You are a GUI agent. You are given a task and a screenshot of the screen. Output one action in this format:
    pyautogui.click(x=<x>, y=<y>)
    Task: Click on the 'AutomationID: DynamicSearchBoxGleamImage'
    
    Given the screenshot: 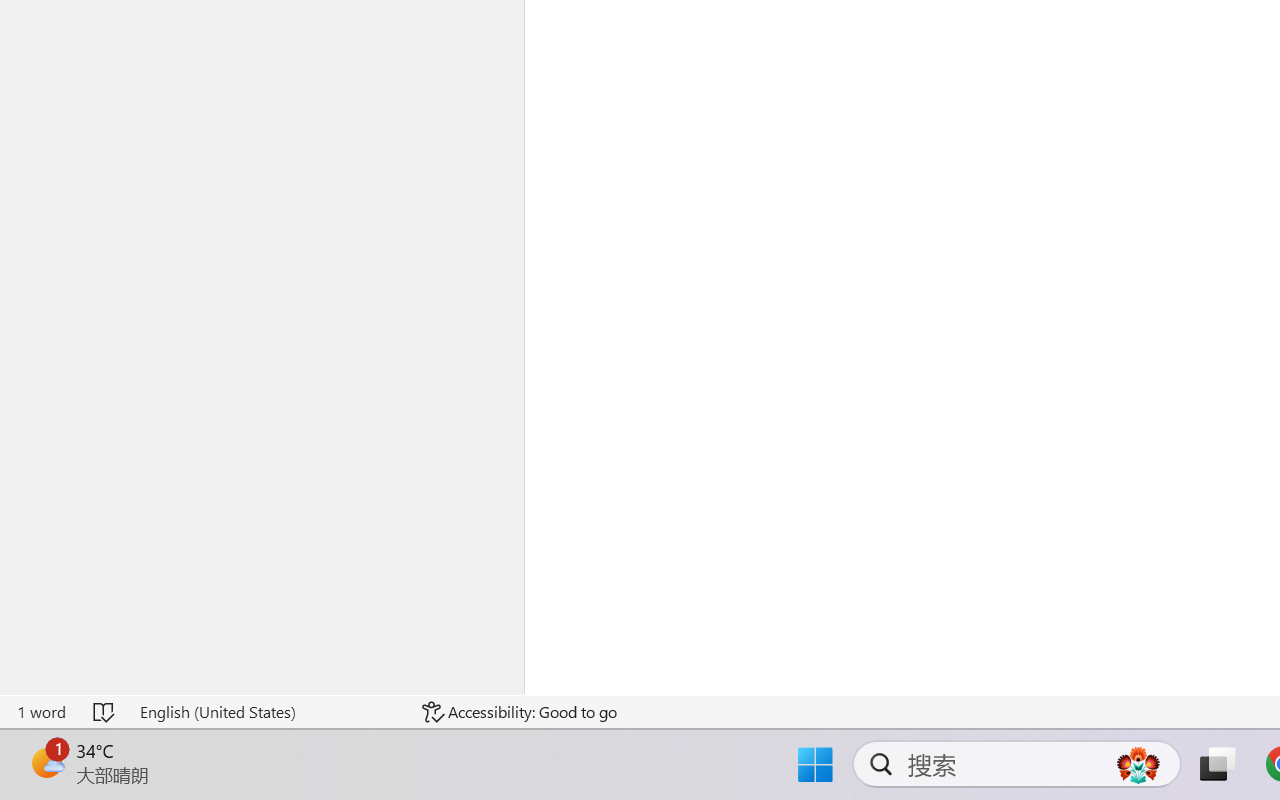 What is the action you would take?
    pyautogui.click(x=1138, y=764)
    